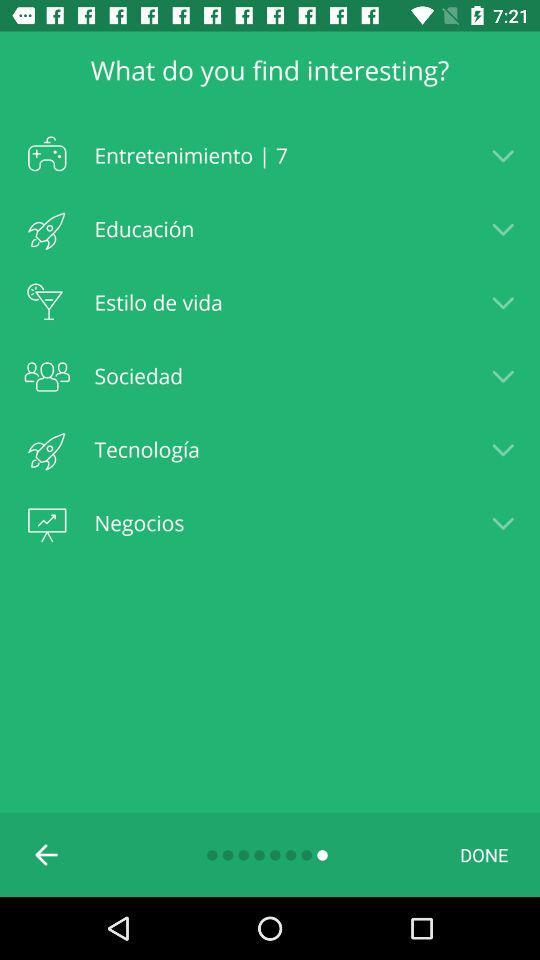 The height and width of the screenshot is (960, 540). I want to click on go back, so click(47, 853).